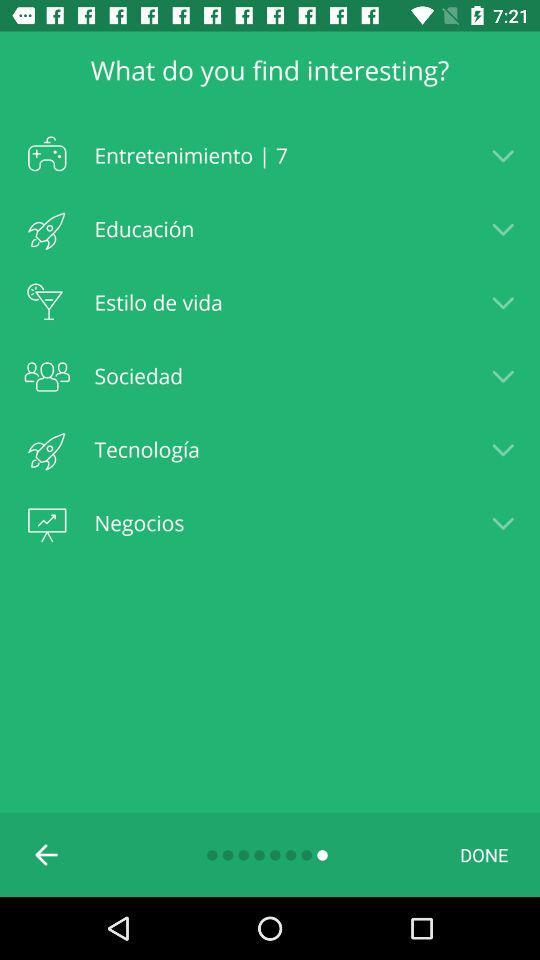 The height and width of the screenshot is (960, 540). I want to click on go back, so click(47, 853).